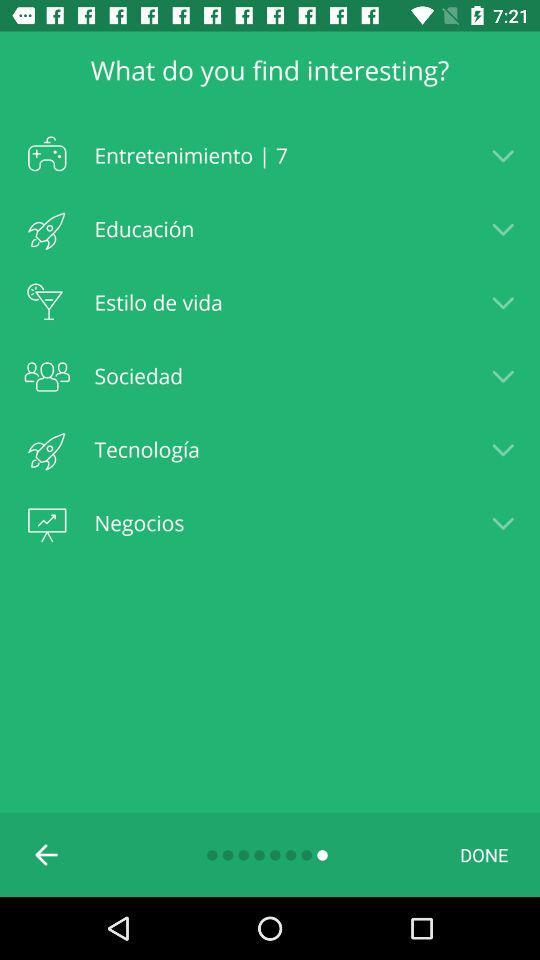 The height and width of the screenshot is (960, 540). I want to click on go back, so click(47, 853).